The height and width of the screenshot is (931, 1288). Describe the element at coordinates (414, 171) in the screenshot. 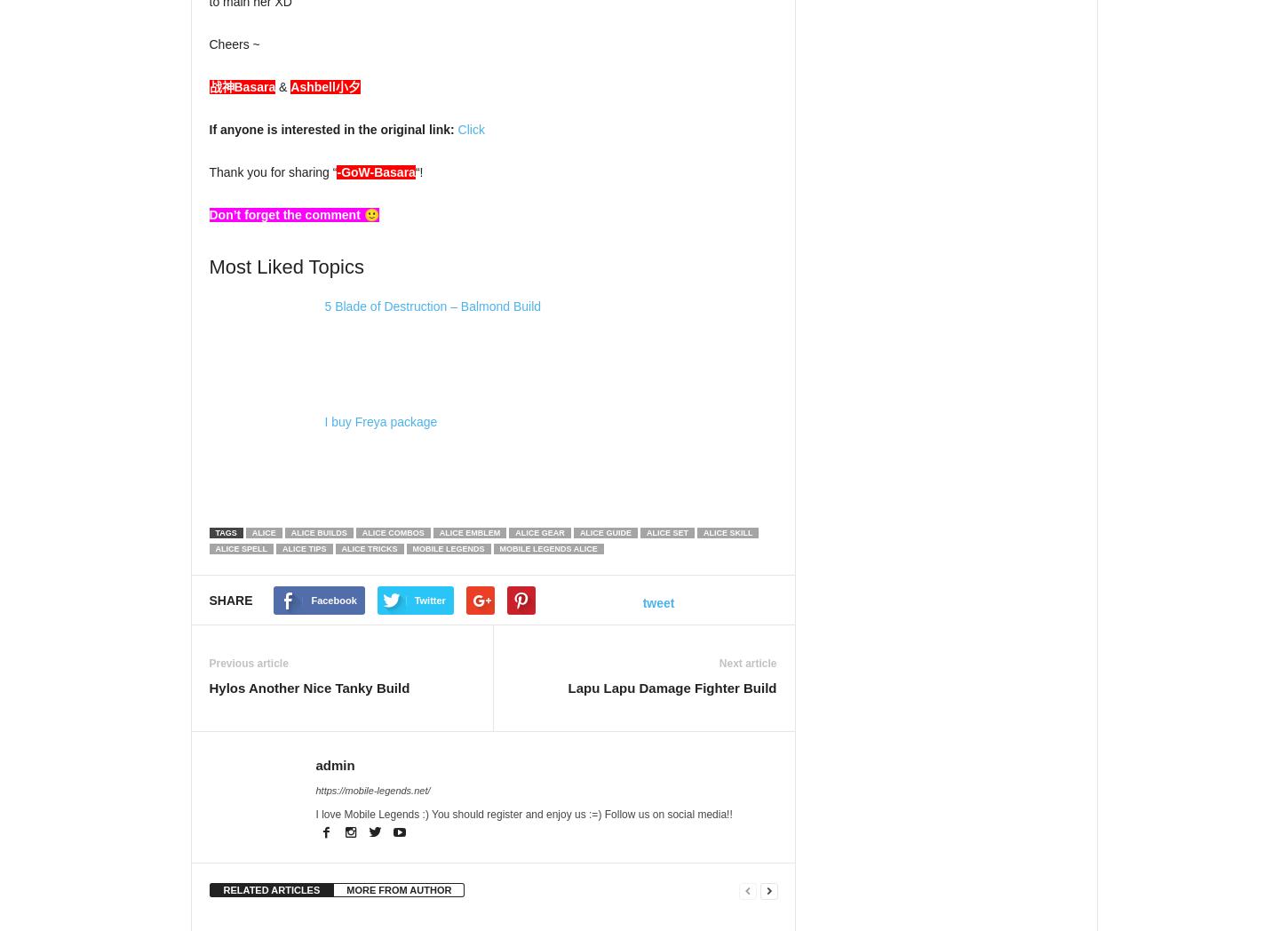

I see `'“!'` at that location.